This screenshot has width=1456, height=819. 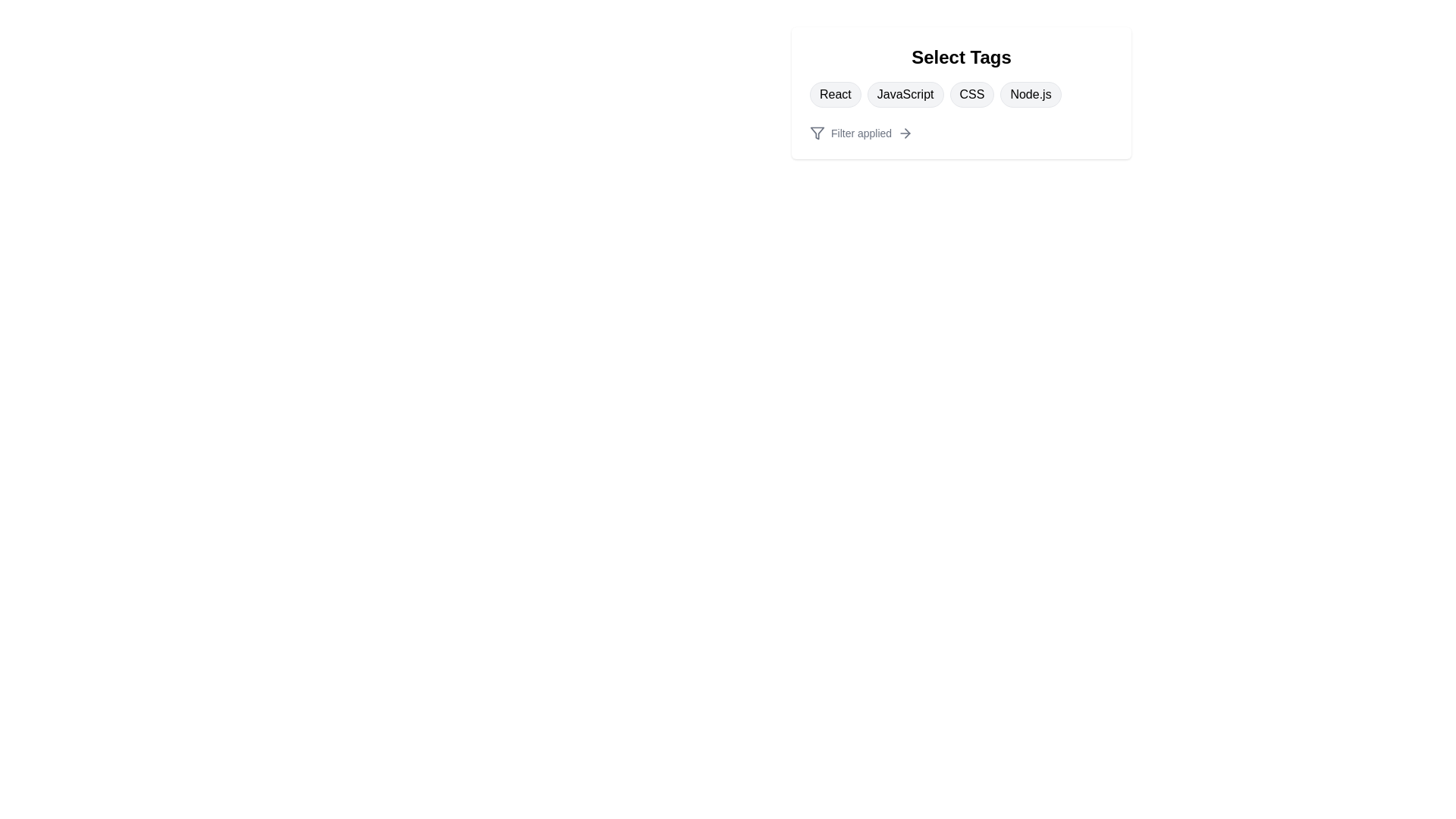 What do you see at coordinates (817, 133) in the screenshot?
I see `the filter applied icon located at the leftmost part of the 'Filter applied' section in the bottom-right of the main interface` at bounding box center [817, 133].